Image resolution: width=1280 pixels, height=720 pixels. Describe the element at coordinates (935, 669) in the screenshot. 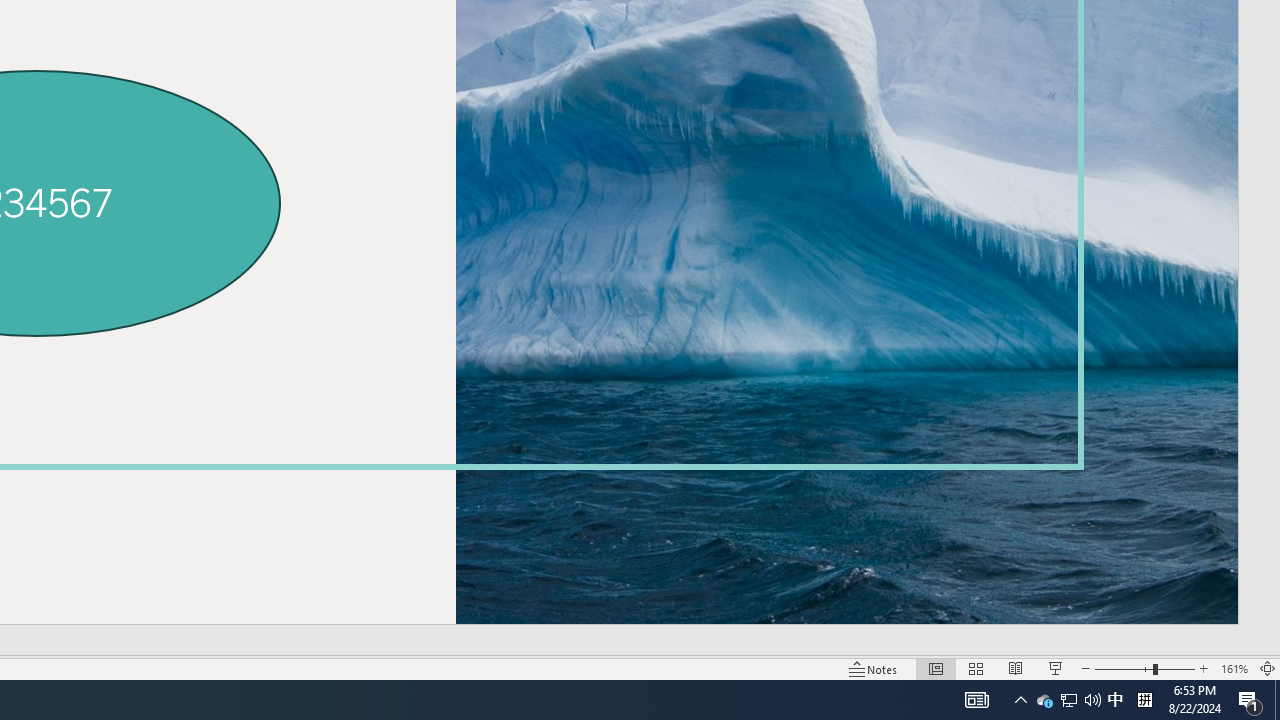

I see `'Normal'` at that location.